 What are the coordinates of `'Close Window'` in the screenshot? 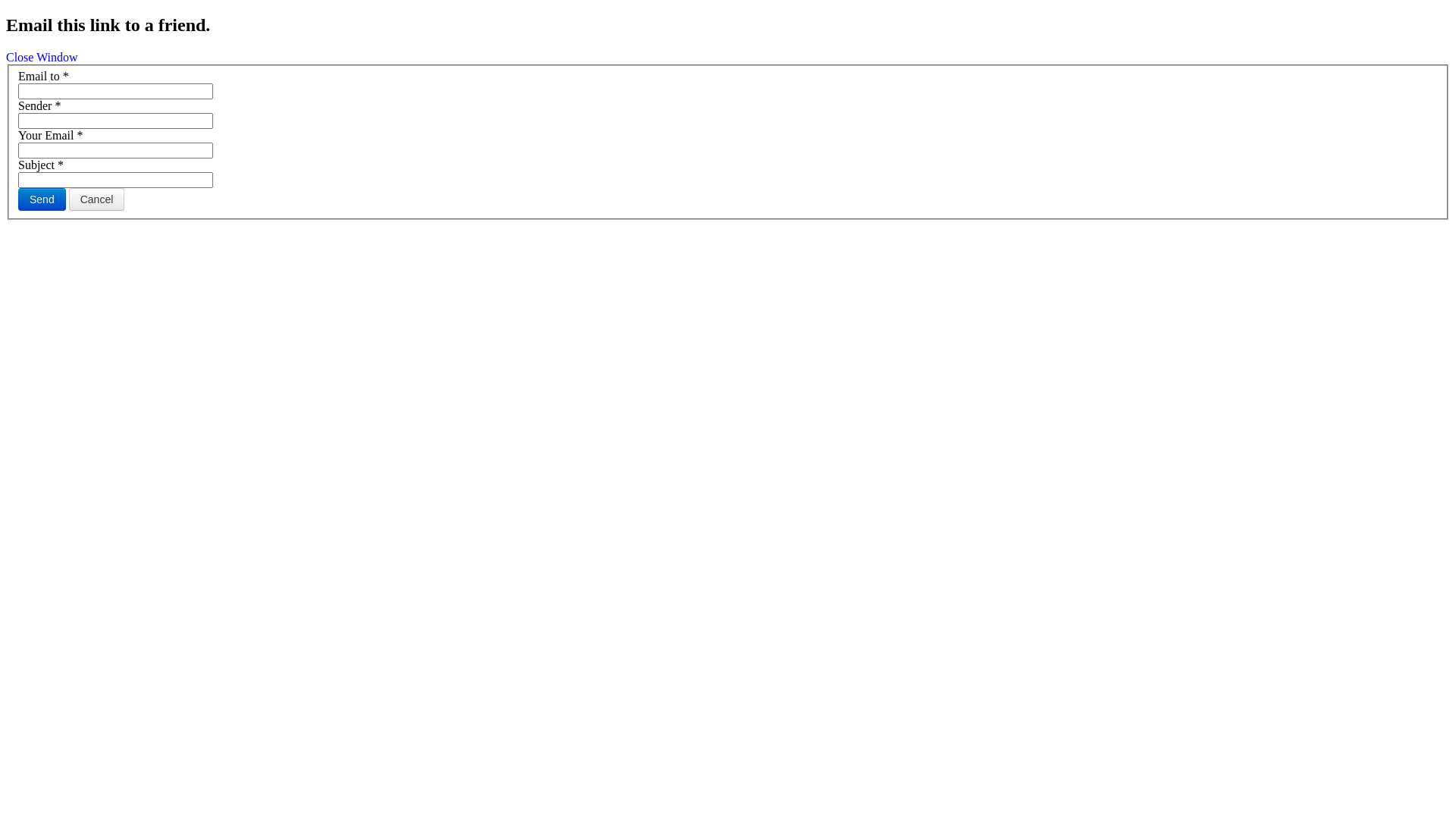 It's located at (42, 56).